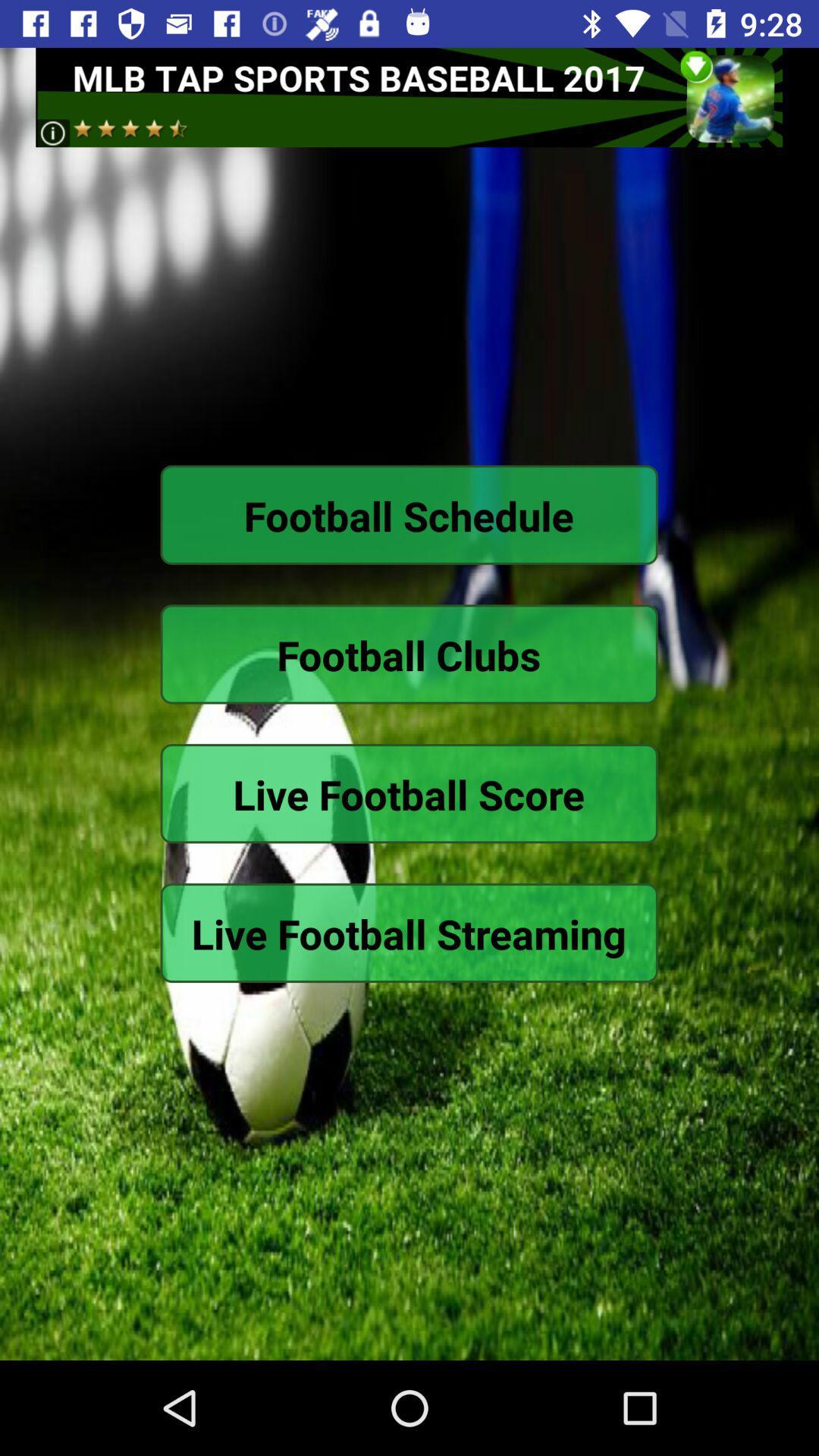 The width and height of the screenshot is (819, 1456). I want to click on open advertisement, so click(408, 96).